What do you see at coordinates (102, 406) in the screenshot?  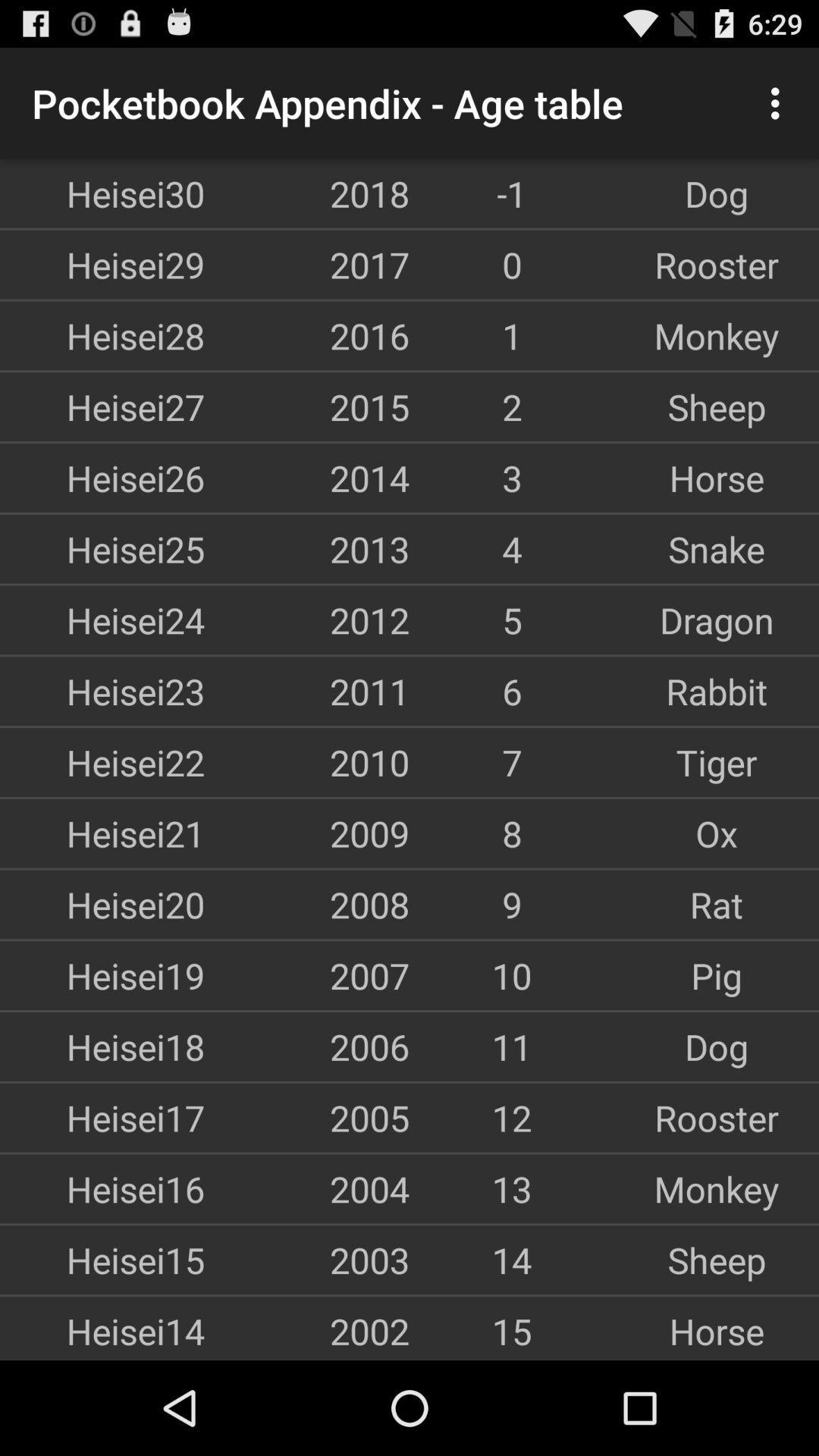 I see `app below heisei28 item` at bounding box center [102, 406].